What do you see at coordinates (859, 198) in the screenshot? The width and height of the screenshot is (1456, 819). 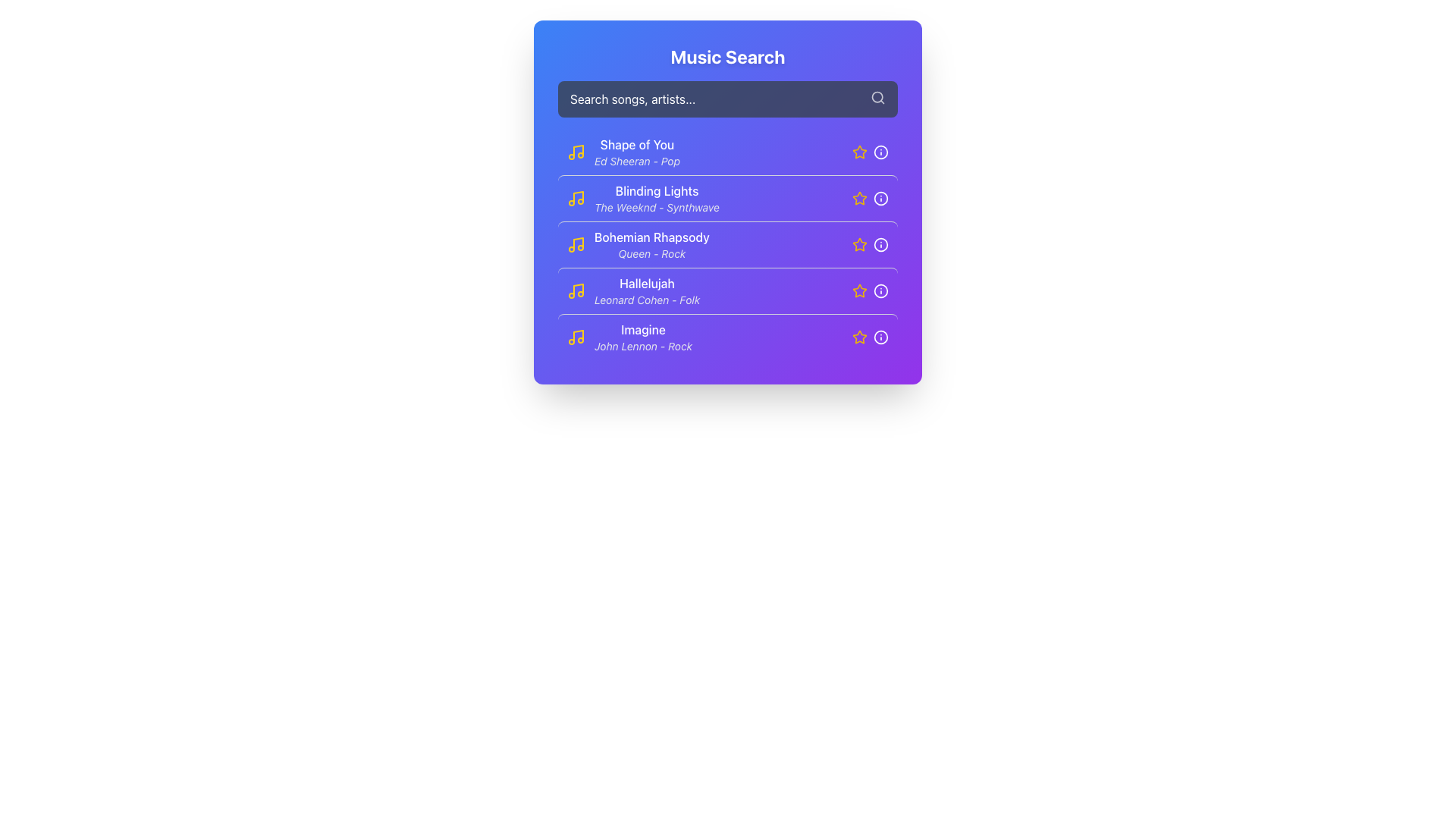 I see `the yellow star icon, which is a hollow icon with a thin border, located to the right of the song titled 'Blinding Lights'` at bounding box center [859, 198].